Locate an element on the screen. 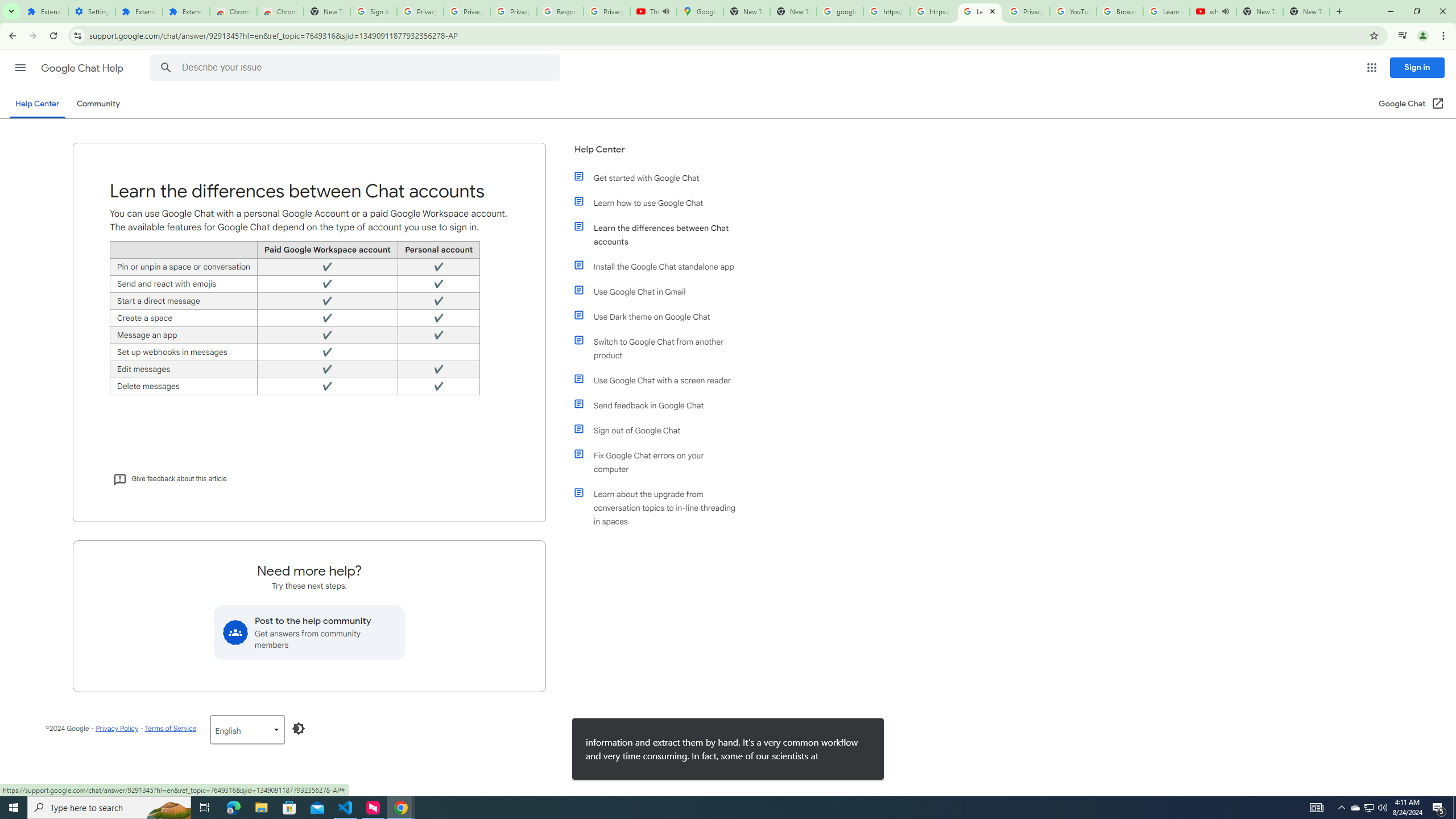 This screenshot has width=1456, height=819. 'https://scholar.google.com/' is located at coordinates (932, 11).